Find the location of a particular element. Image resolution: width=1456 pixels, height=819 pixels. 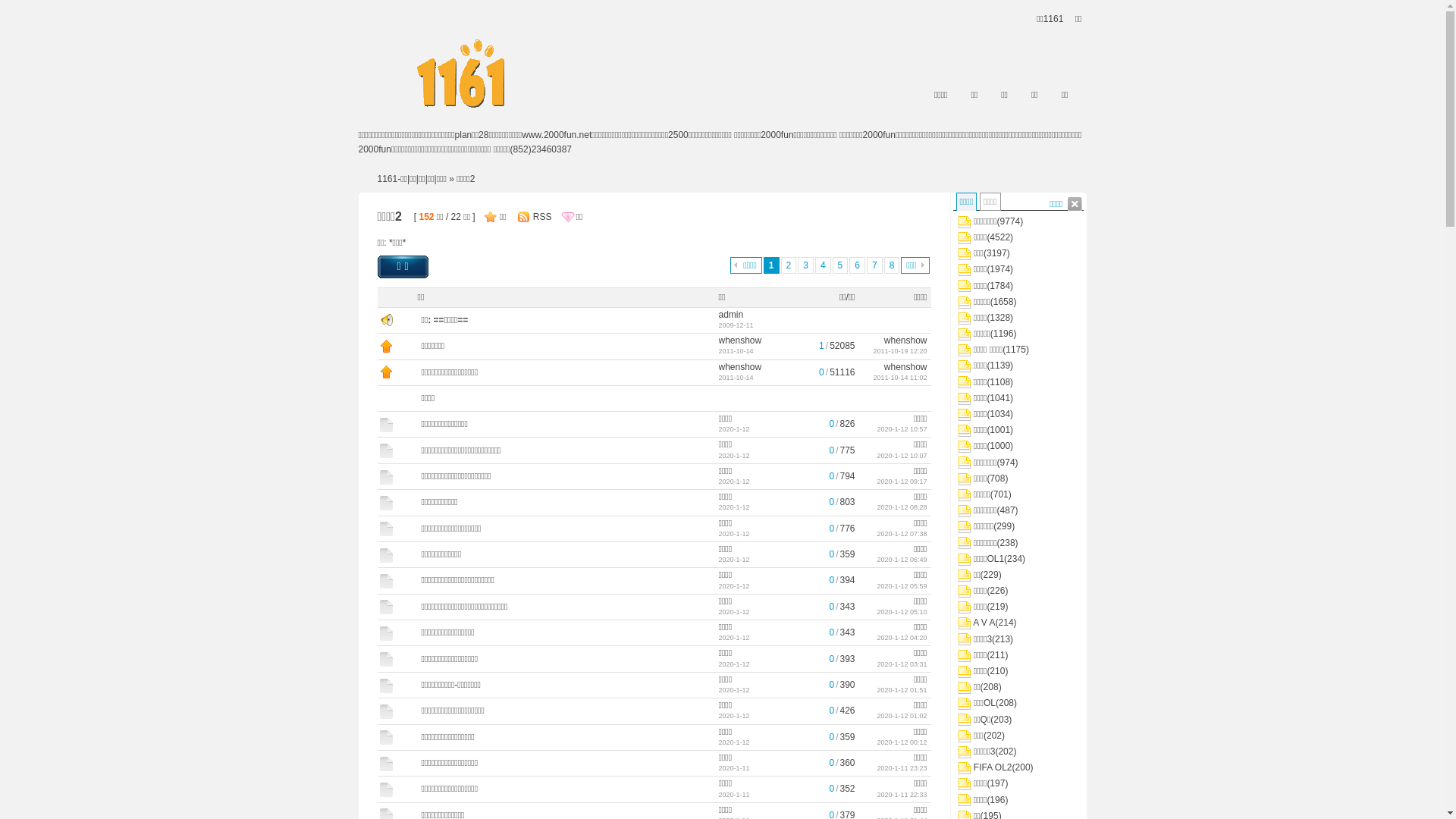

'2020-1-12 03:31' is located at coordinates (902, 663).